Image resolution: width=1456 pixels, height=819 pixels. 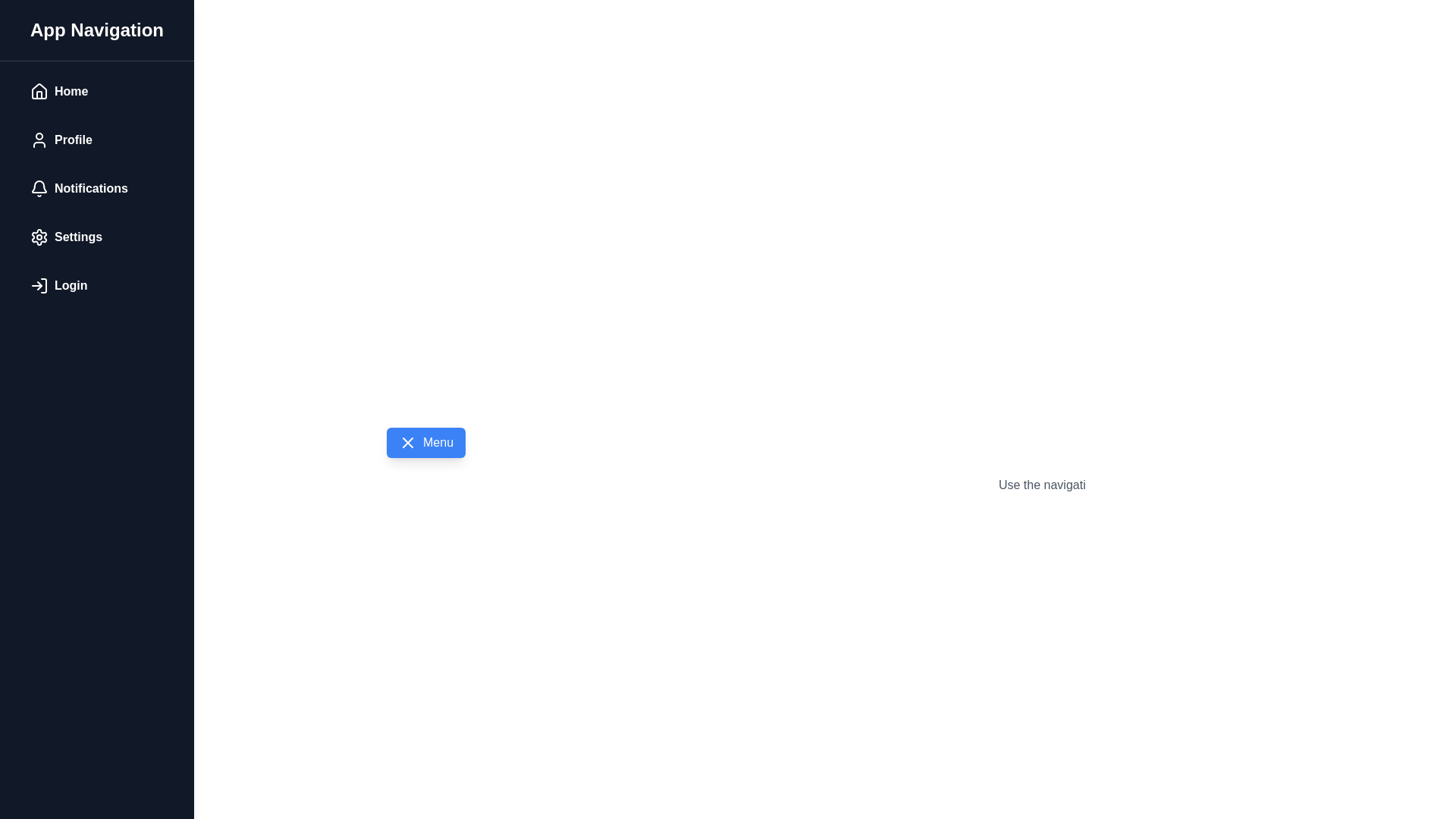 I want to click on the 'Login' static text label located in the left-side navigation pane, which is the fifth item in the vertical list, so click(x=70, y=286).